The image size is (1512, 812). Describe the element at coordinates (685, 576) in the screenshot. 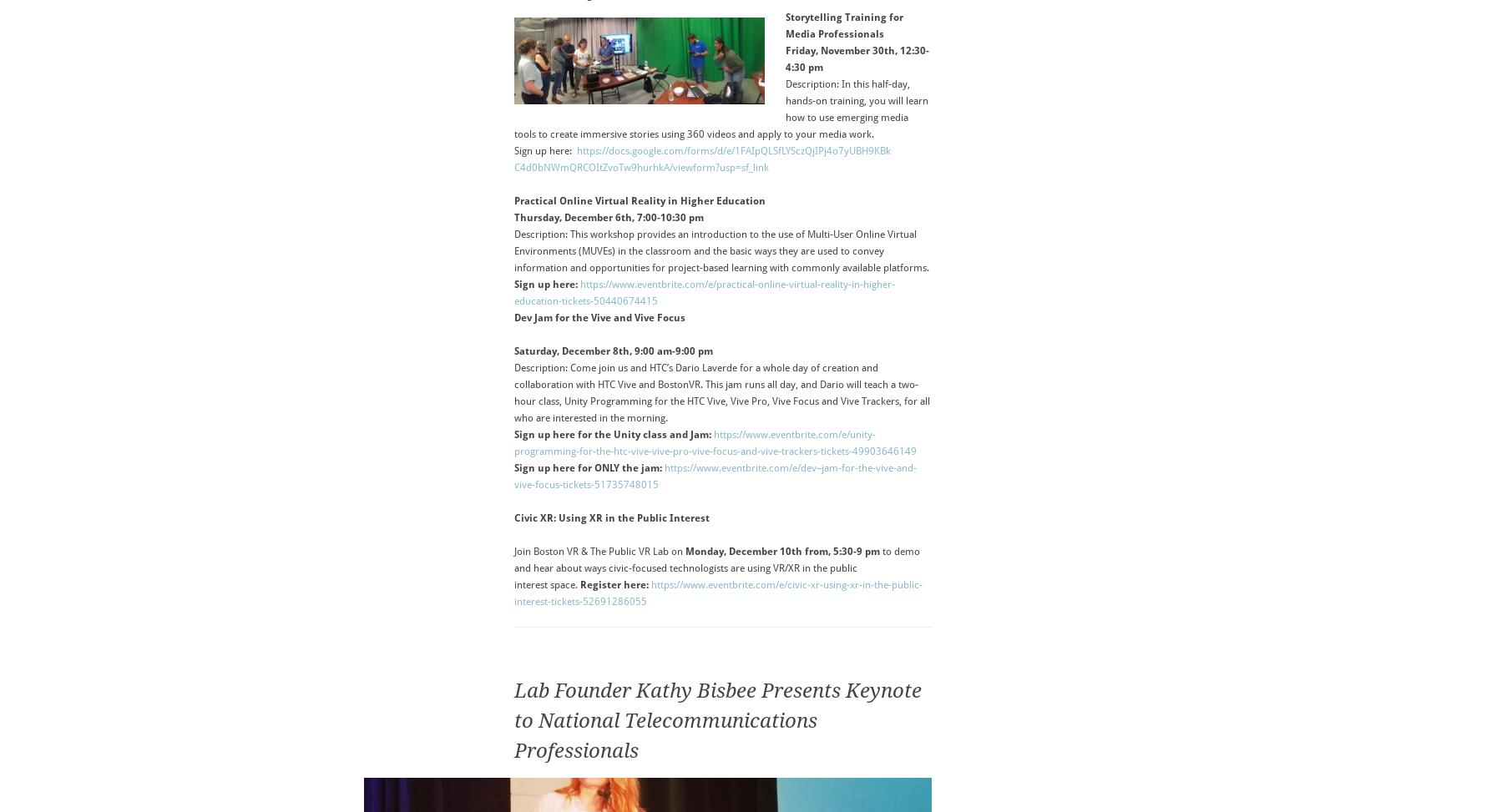

I see `'in the public interest space.'` at that location.